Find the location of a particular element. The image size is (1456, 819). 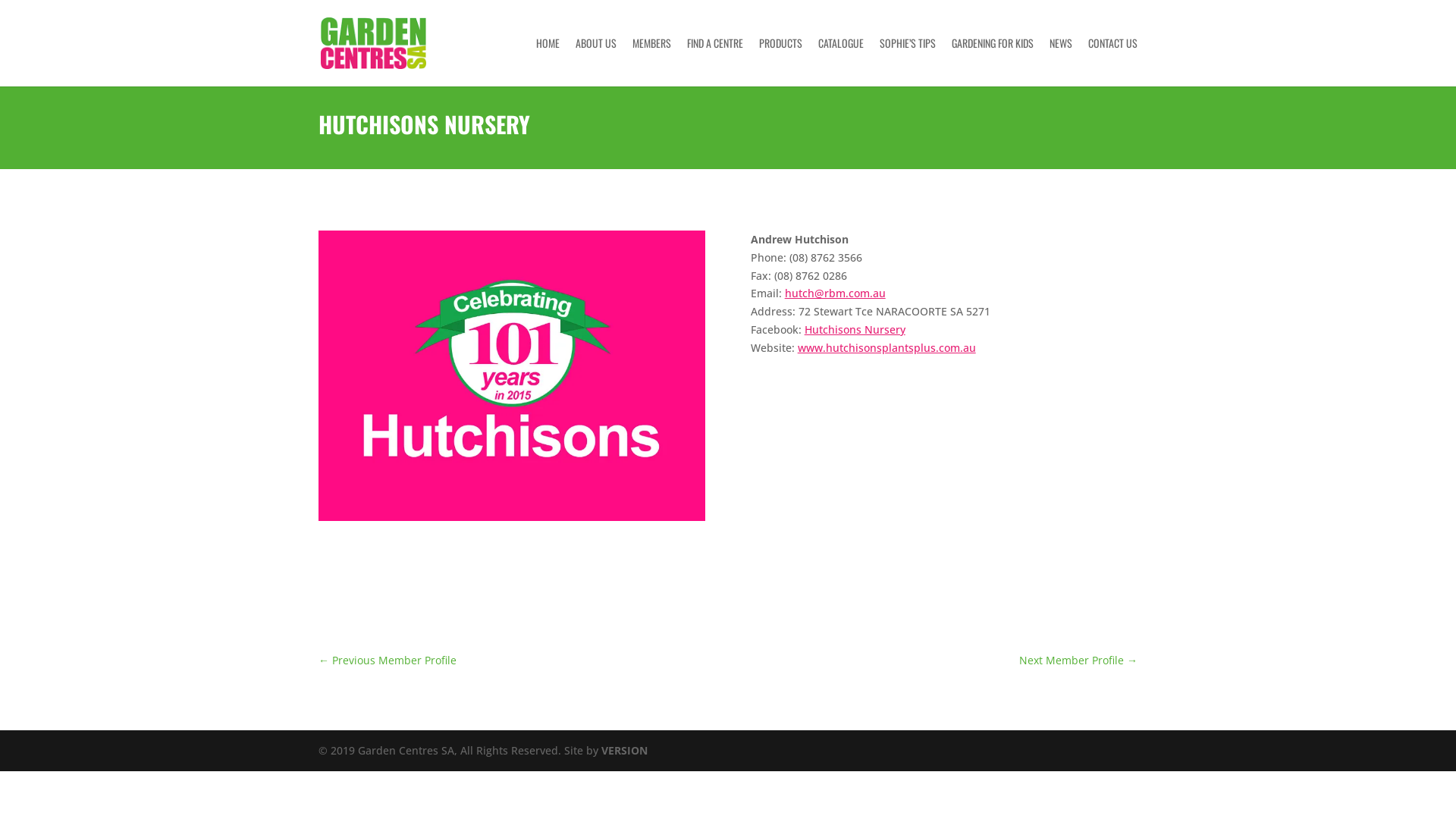

'HOME' is located at coordinates (547, 61).